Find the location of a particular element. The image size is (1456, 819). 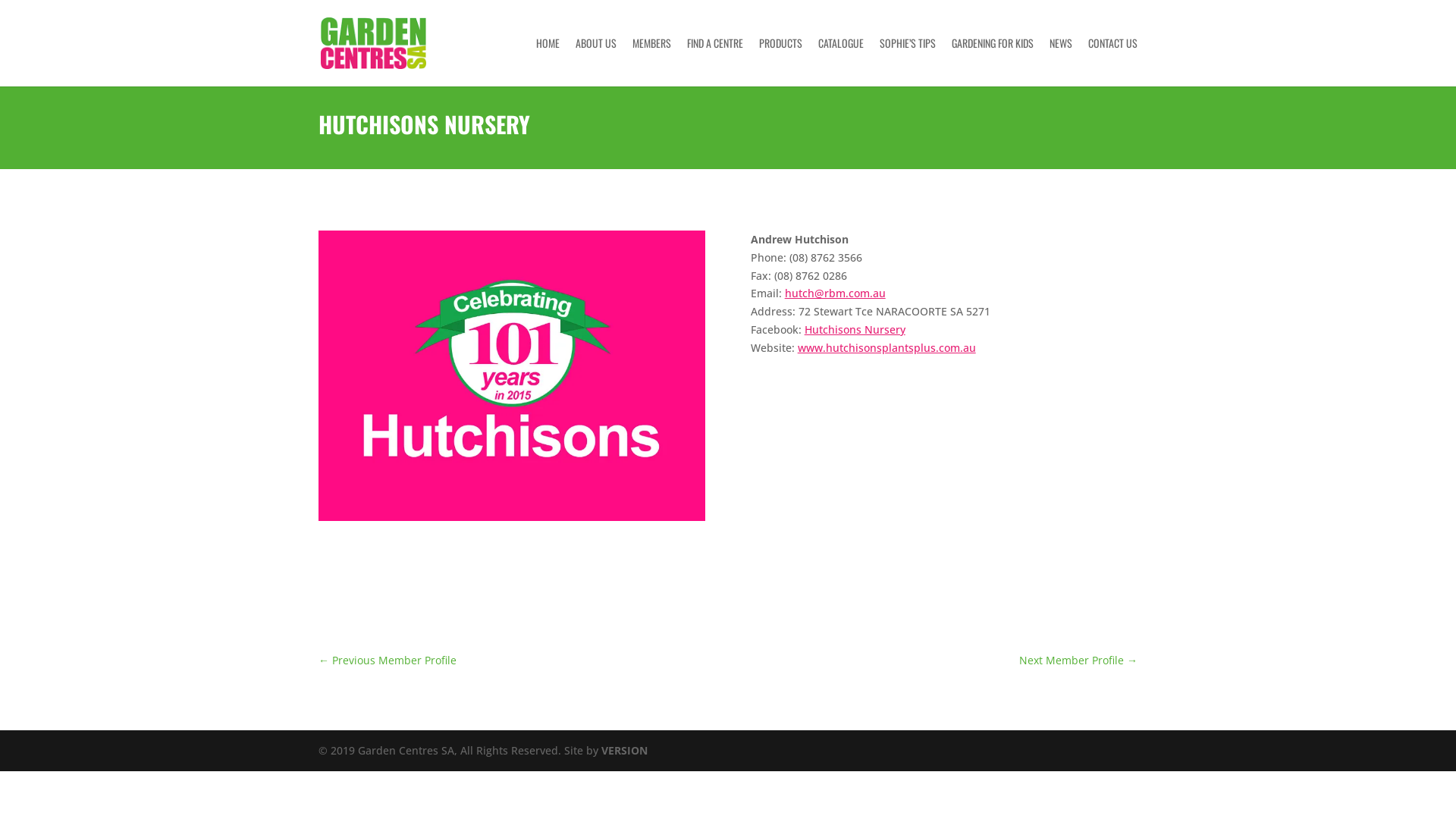

'HOME' is located at coordinates (547, 61).